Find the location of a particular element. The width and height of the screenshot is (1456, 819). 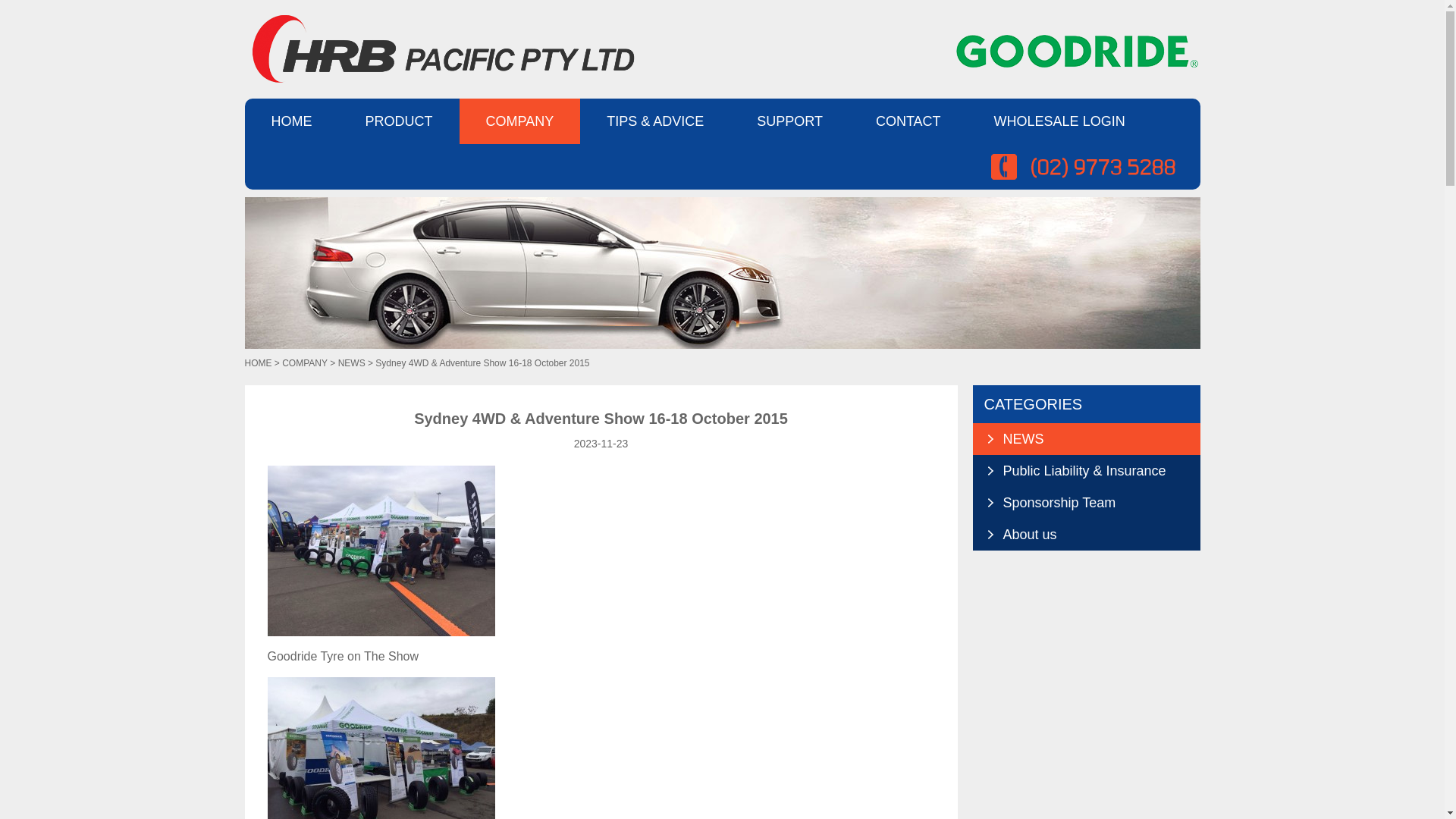

'SUPPORT' is located at coordinates (789, 120).